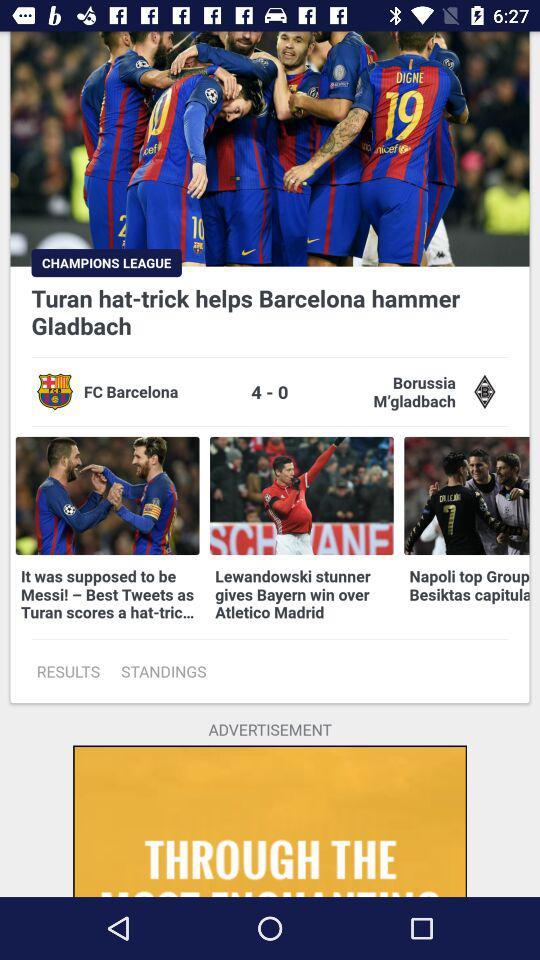  What do you see at coordinates (270, 821) in the screenshot?
I see `advertisement` at bounding box center [270, 821].